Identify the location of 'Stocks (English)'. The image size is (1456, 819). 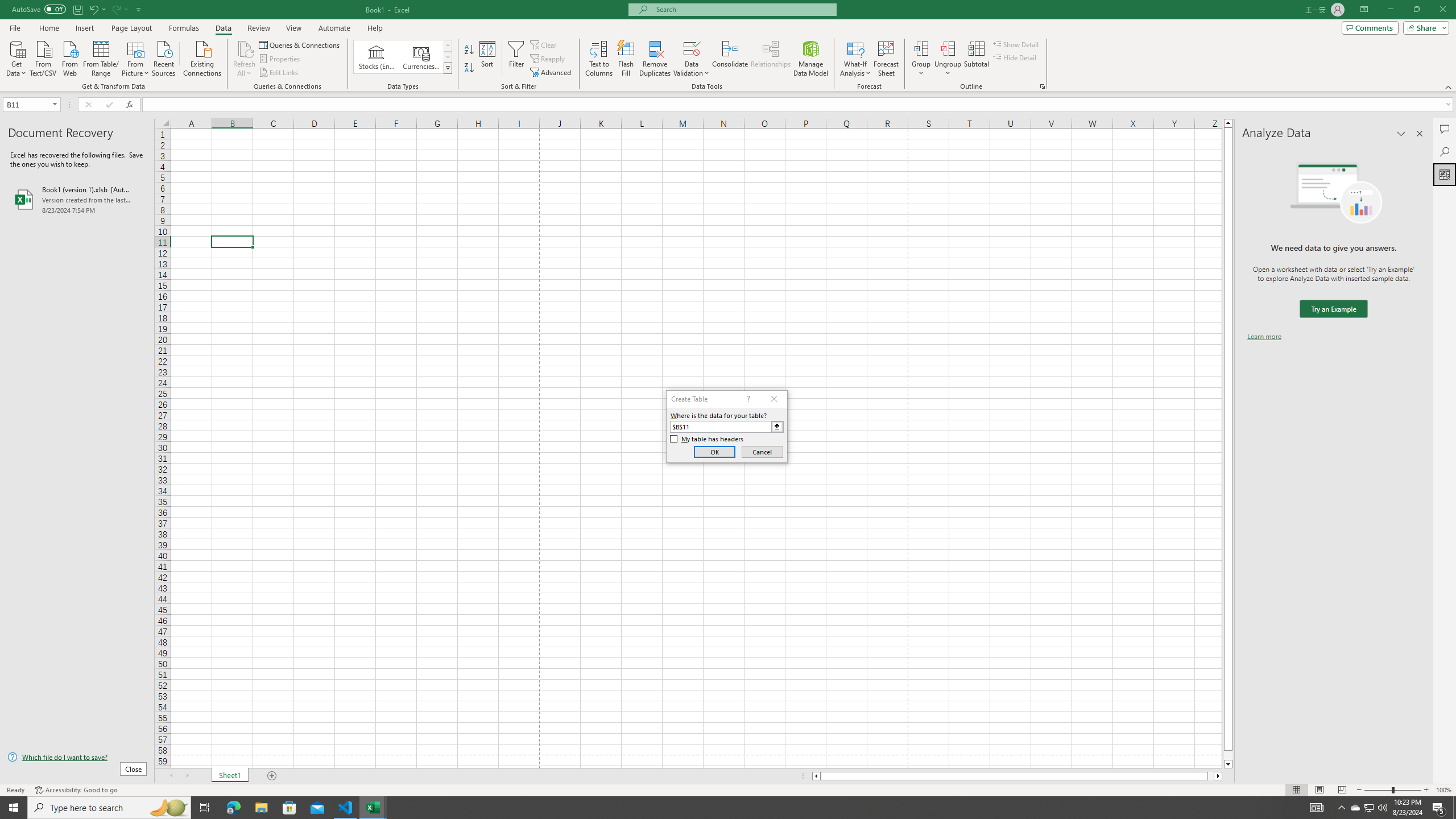
(375, 56).